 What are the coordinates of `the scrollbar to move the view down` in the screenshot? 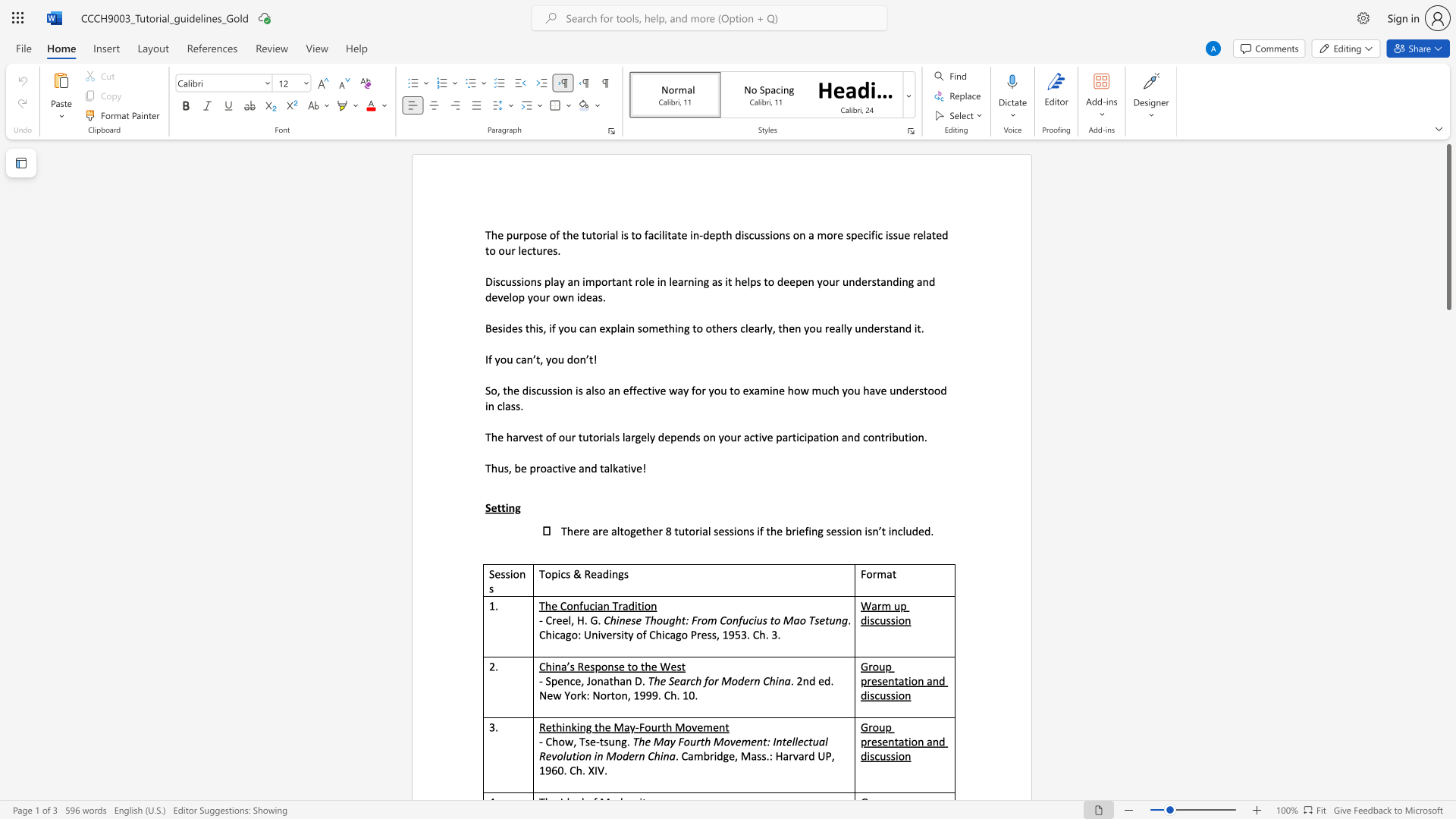 It's located at (1448, 432).